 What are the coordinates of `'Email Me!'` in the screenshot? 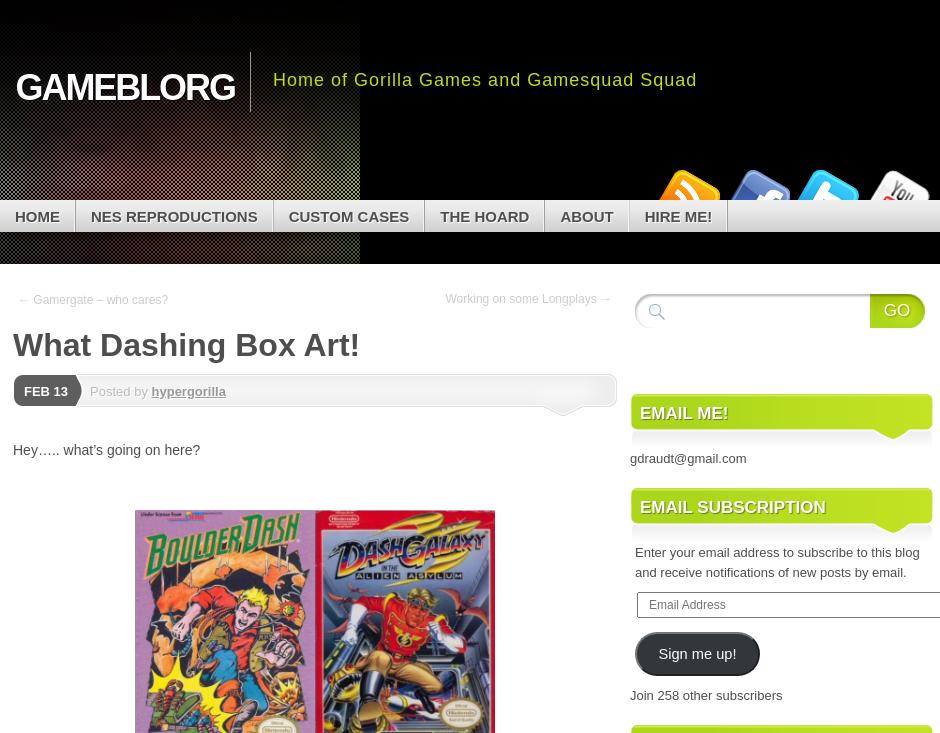 It's located at (683, 412).